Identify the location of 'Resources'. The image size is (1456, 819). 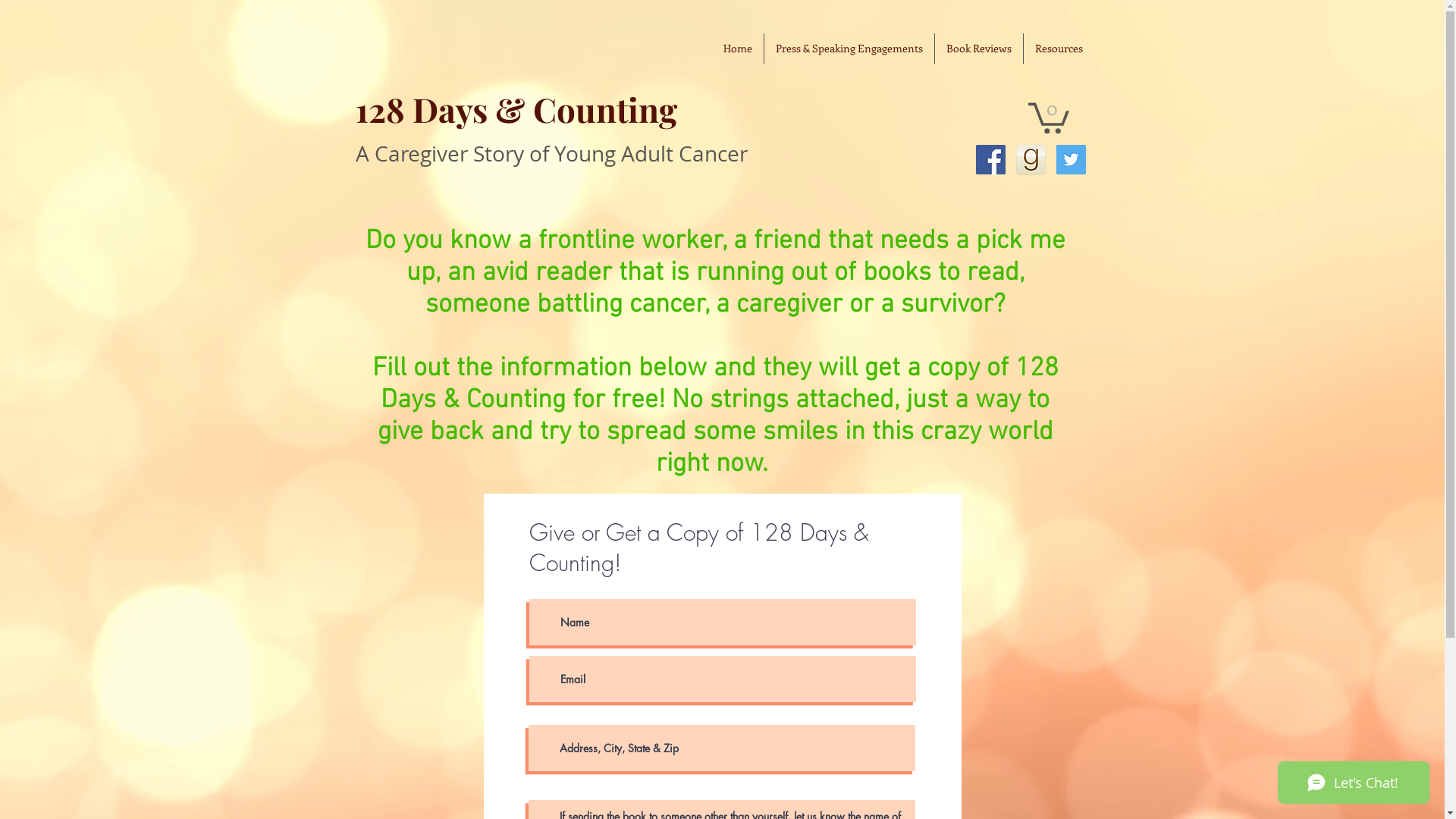
(1058, 48).